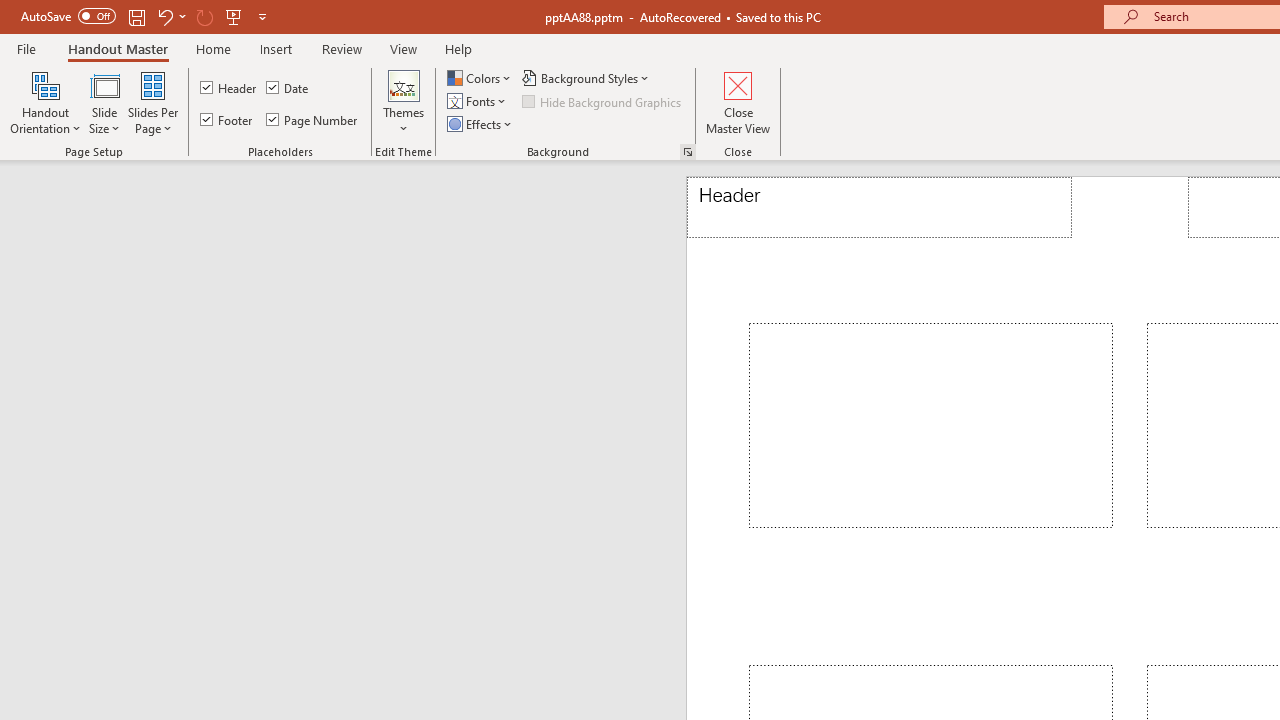  What do you see at coordinates (311, 119) in the screenshot?
I see `'Page Number'` at bounding box center [311, 119].